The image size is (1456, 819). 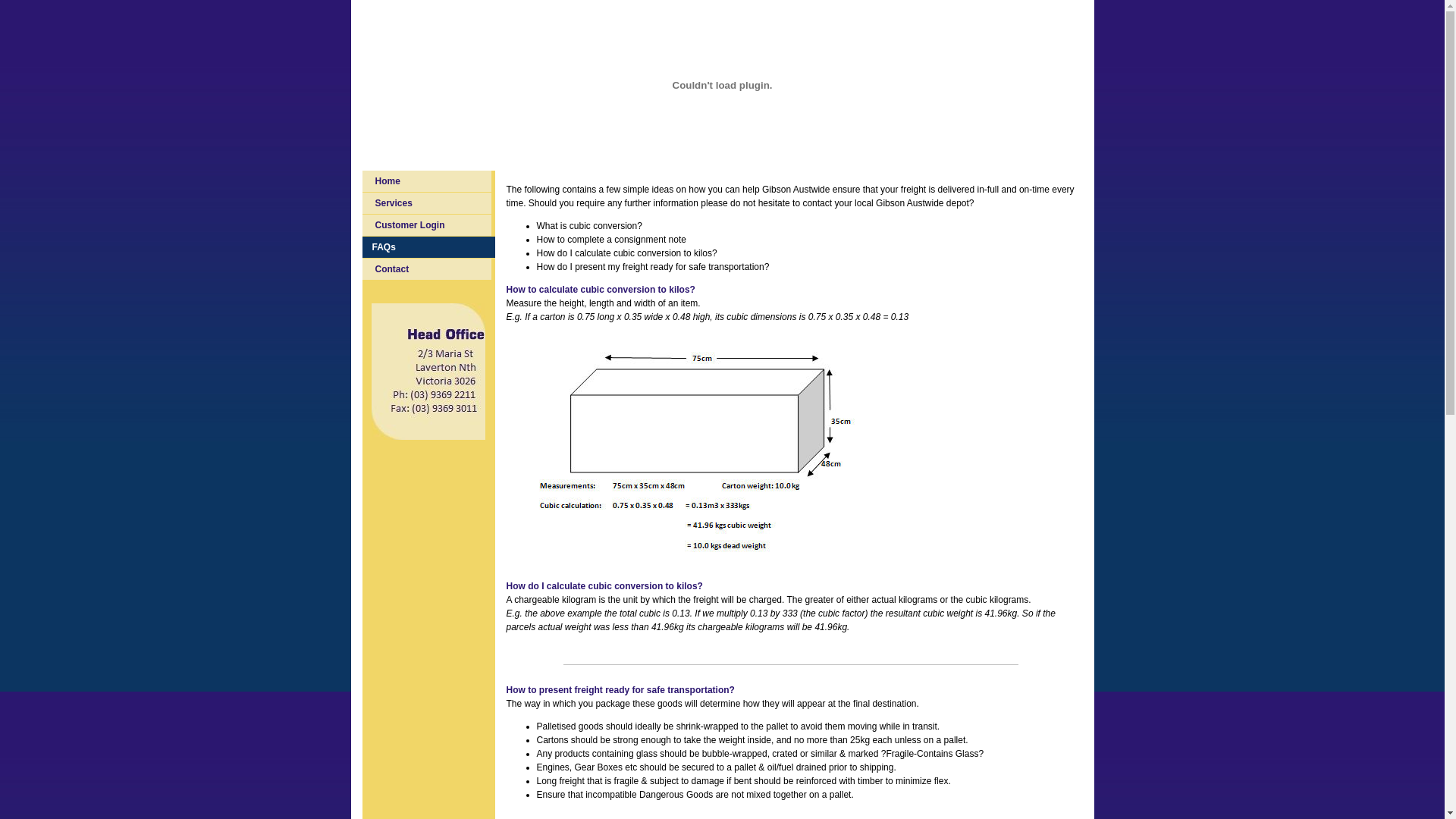 I want to click on 'FAQs', so click(x=428, y=246).